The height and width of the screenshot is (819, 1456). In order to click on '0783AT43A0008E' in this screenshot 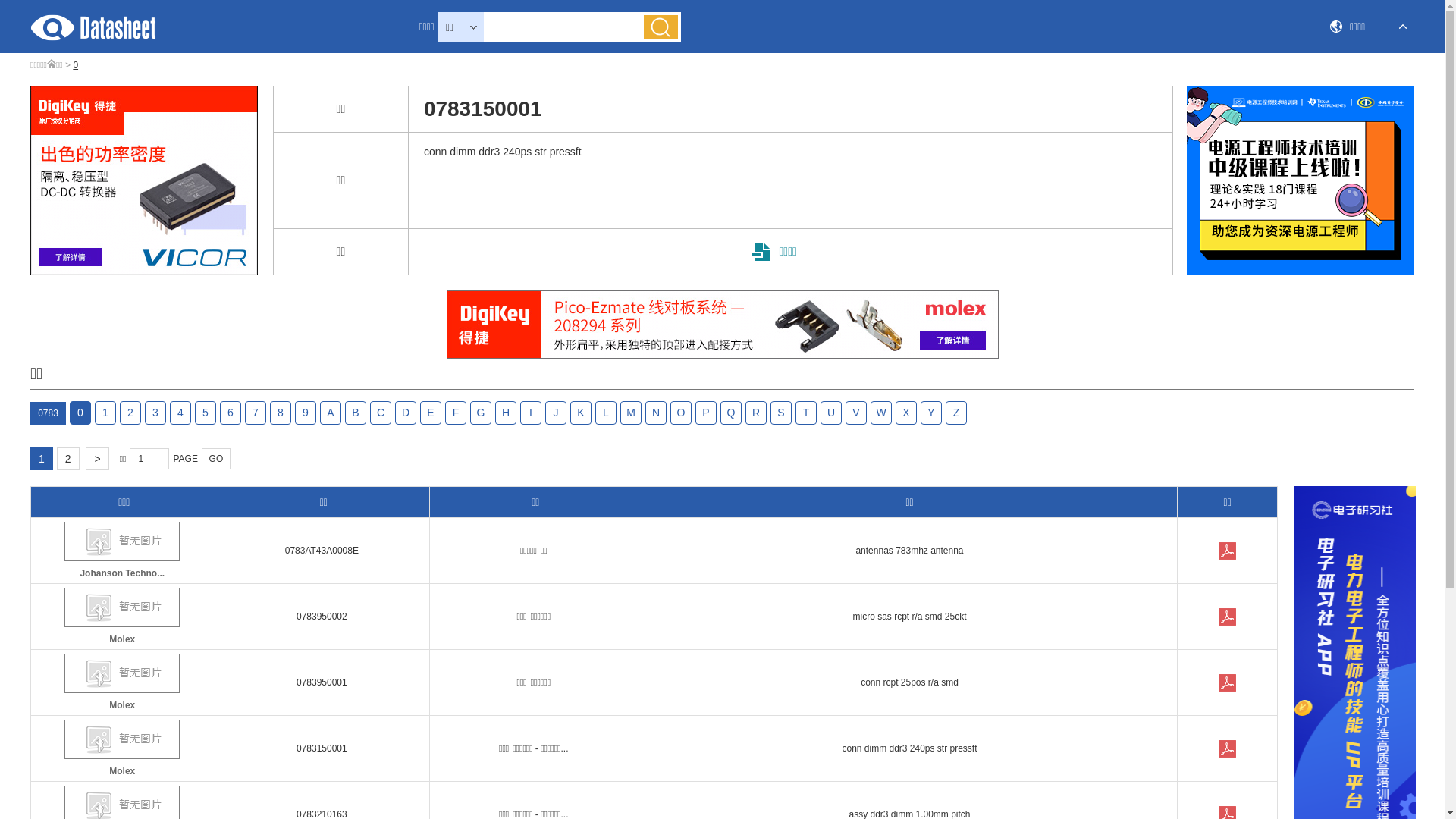, I will do `click(321, 550)`.